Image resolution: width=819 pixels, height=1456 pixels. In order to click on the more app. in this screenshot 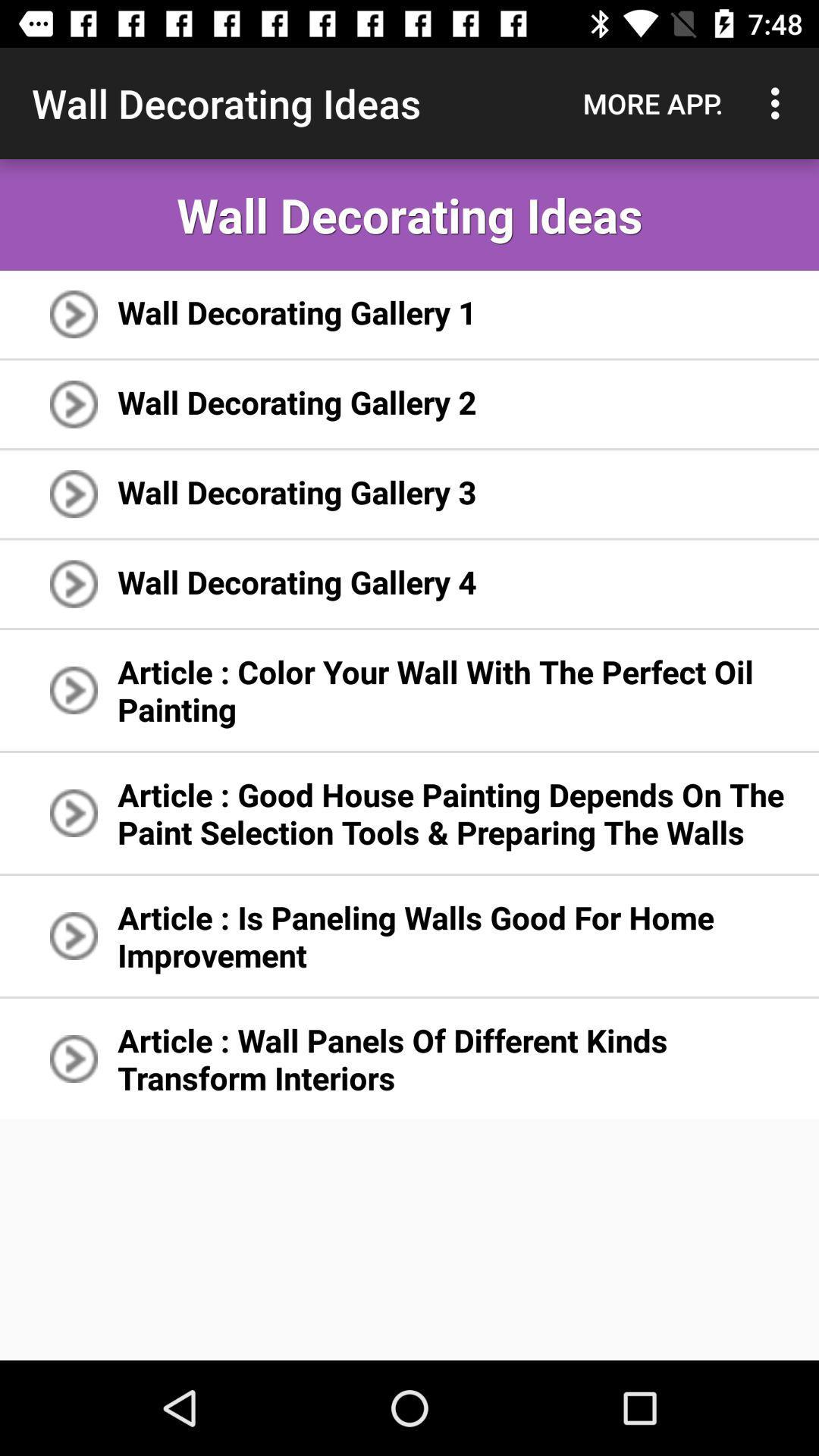, I will do `click(652, 102)`.